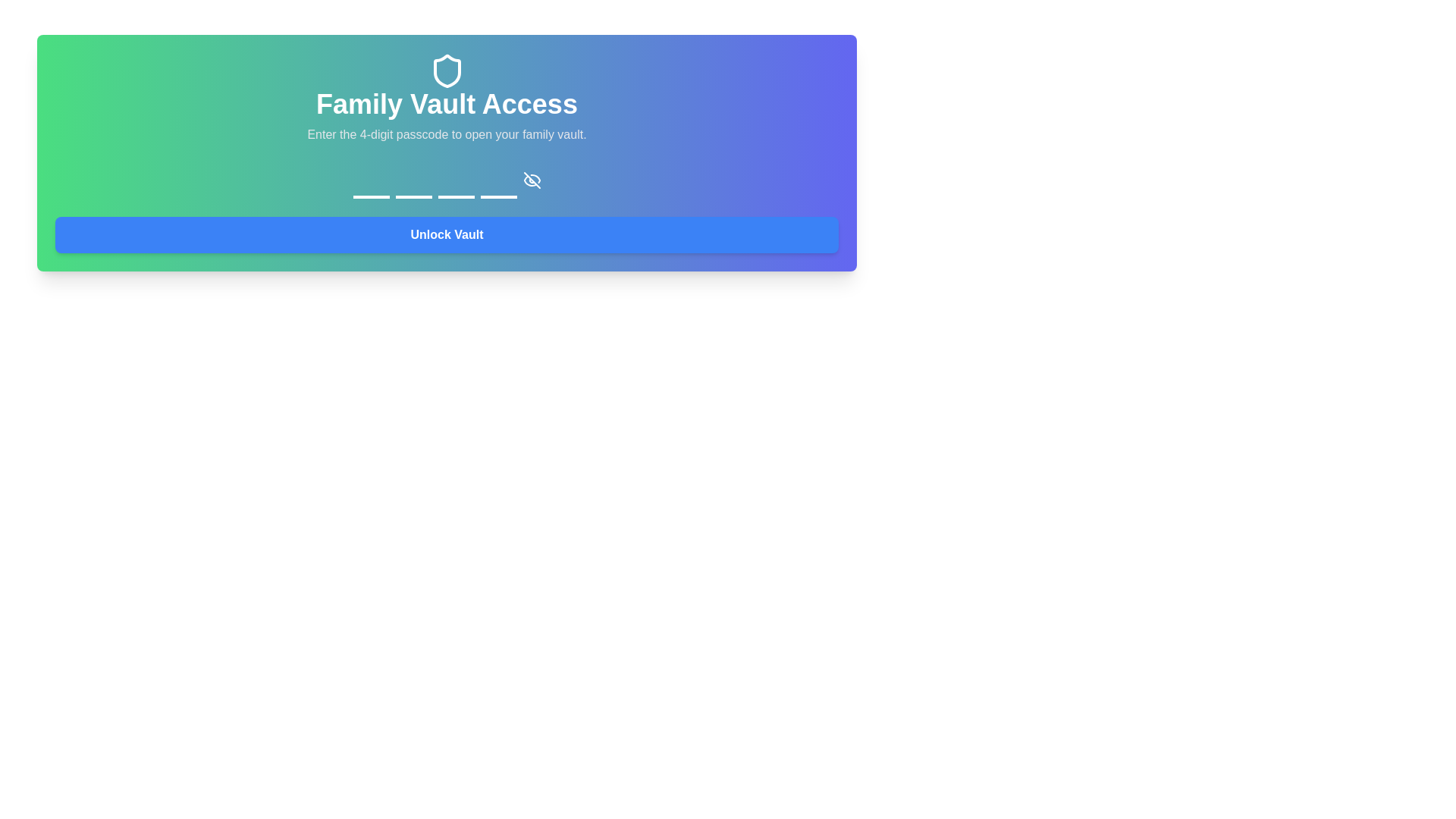 This screenshot has width=1456, height=819. Describe the element at coordinates (446, 71) in the screenshot. I see `the decorative icon related to protection or security located above the 'Family Vault Access' text` at that location.